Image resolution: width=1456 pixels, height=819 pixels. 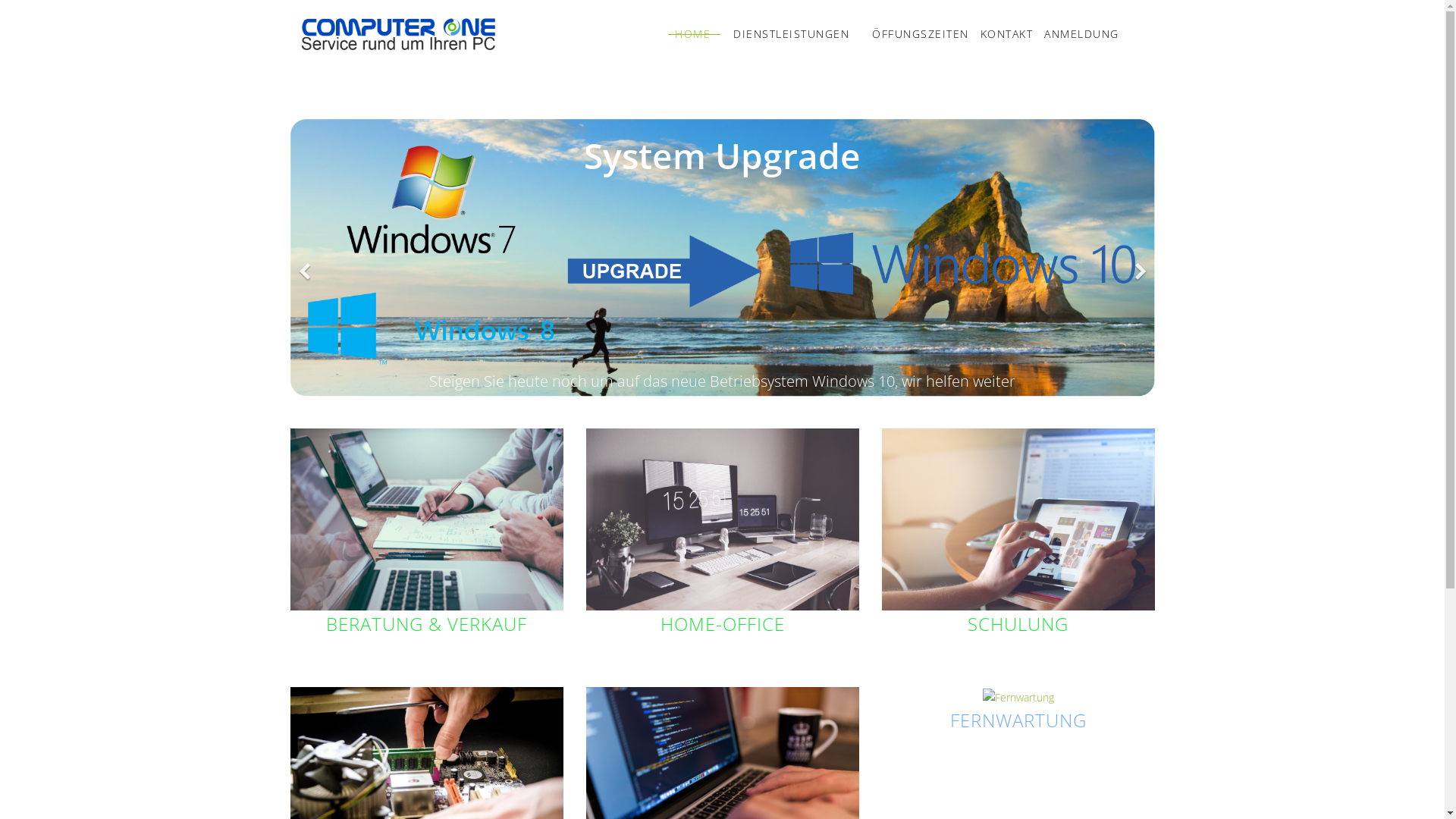 I want to click on 'HOME', so click(x=692, y=34).